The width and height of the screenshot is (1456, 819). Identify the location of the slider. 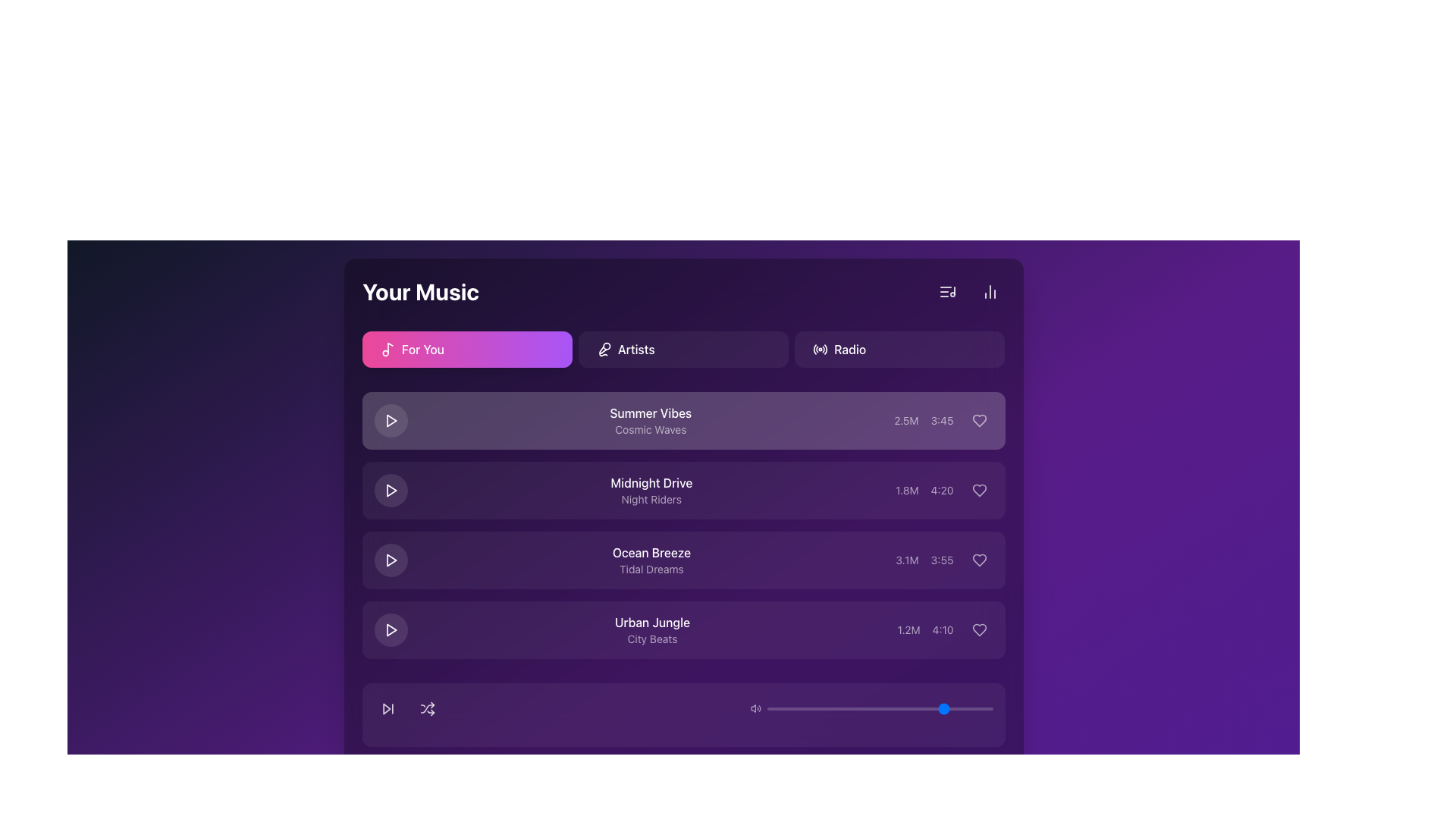
(938, 708).